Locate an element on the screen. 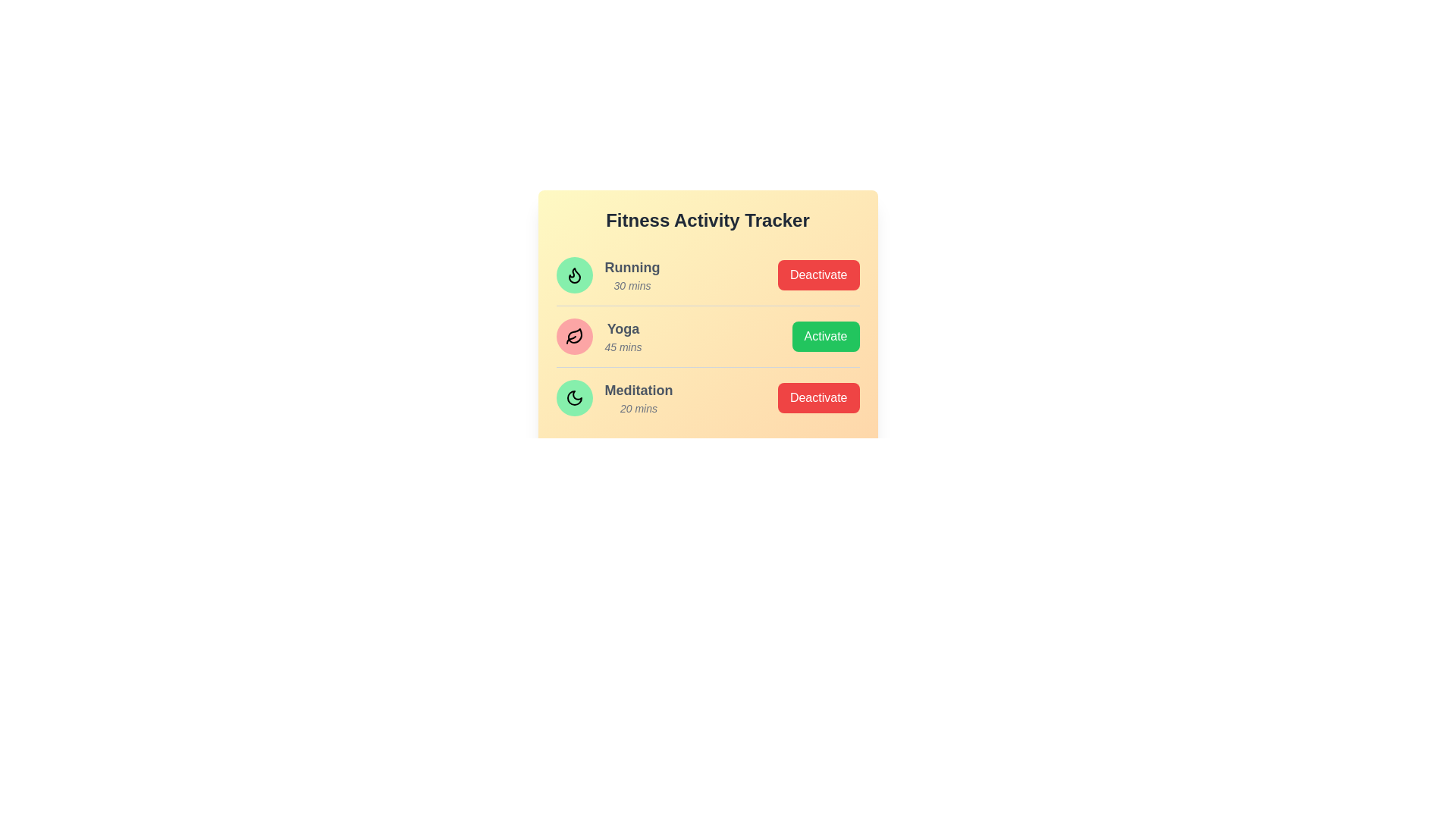  button to toggle the status of the activity Yoga is located at coordinates (825, 335).